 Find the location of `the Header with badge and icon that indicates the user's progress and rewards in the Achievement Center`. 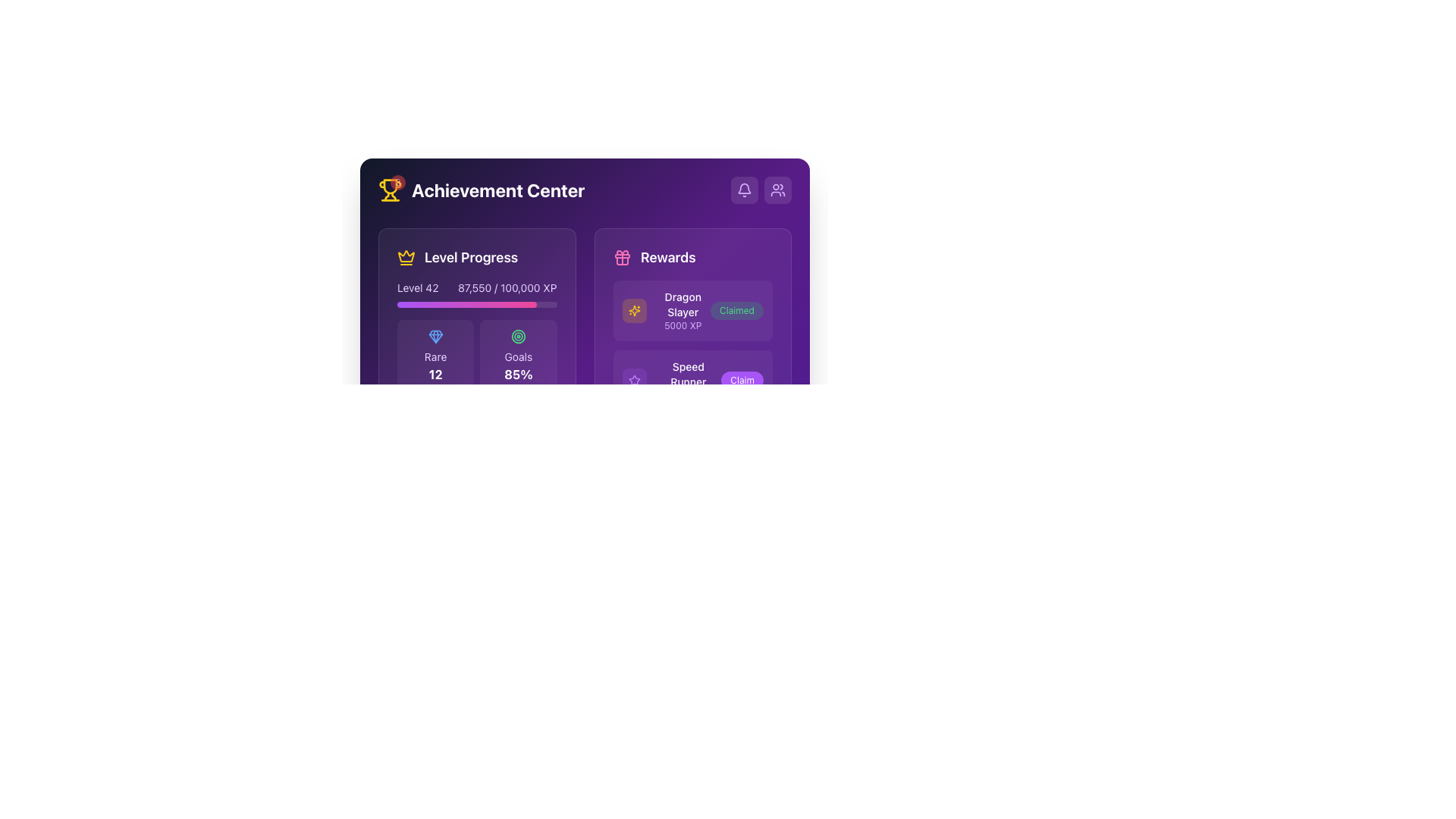

the Header with badge and icon that indicates the user's progress and rewards in the Achievement Center is located at coordinates (481, 189).